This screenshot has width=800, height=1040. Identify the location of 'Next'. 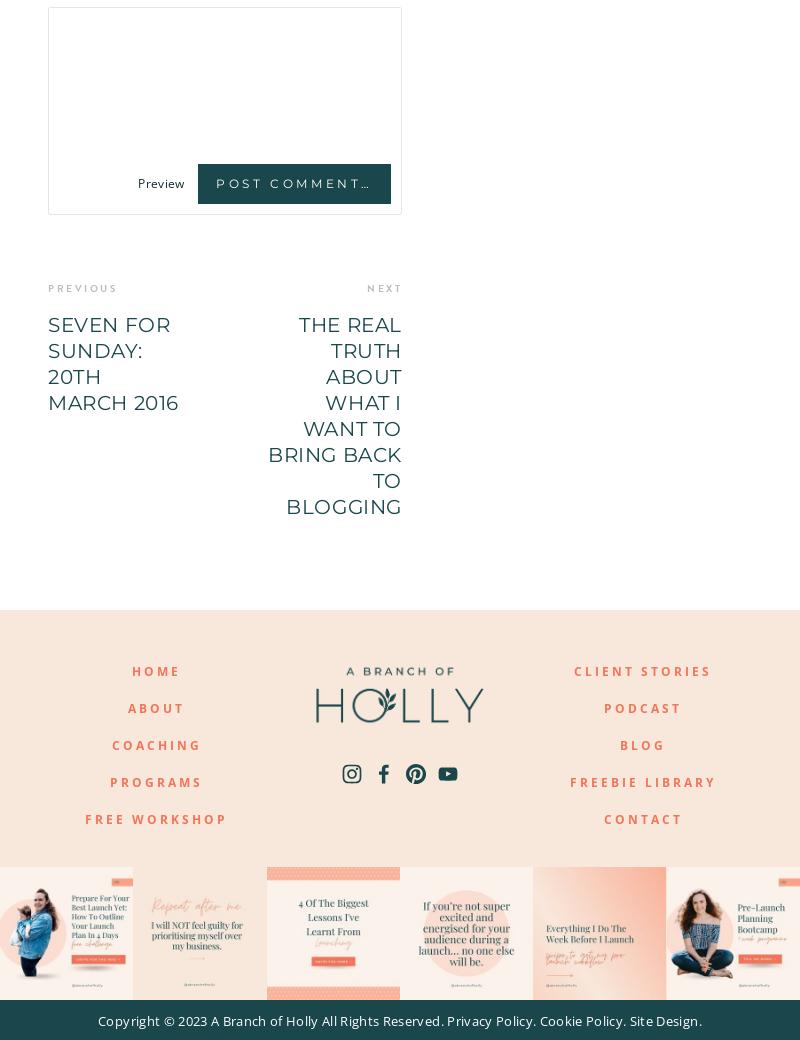
(383, 287).